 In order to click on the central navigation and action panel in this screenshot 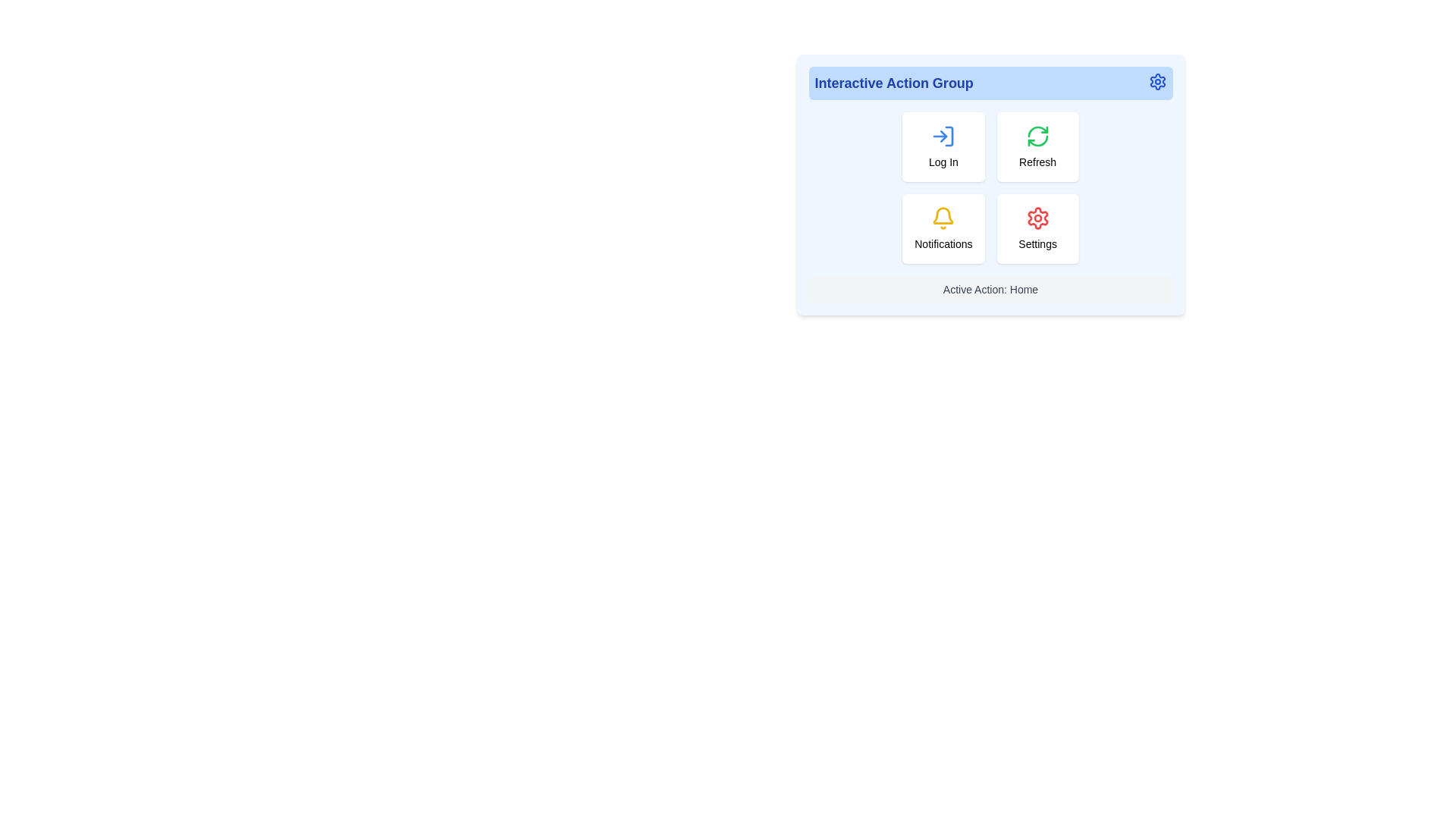, I will do `click(990, 184)`.